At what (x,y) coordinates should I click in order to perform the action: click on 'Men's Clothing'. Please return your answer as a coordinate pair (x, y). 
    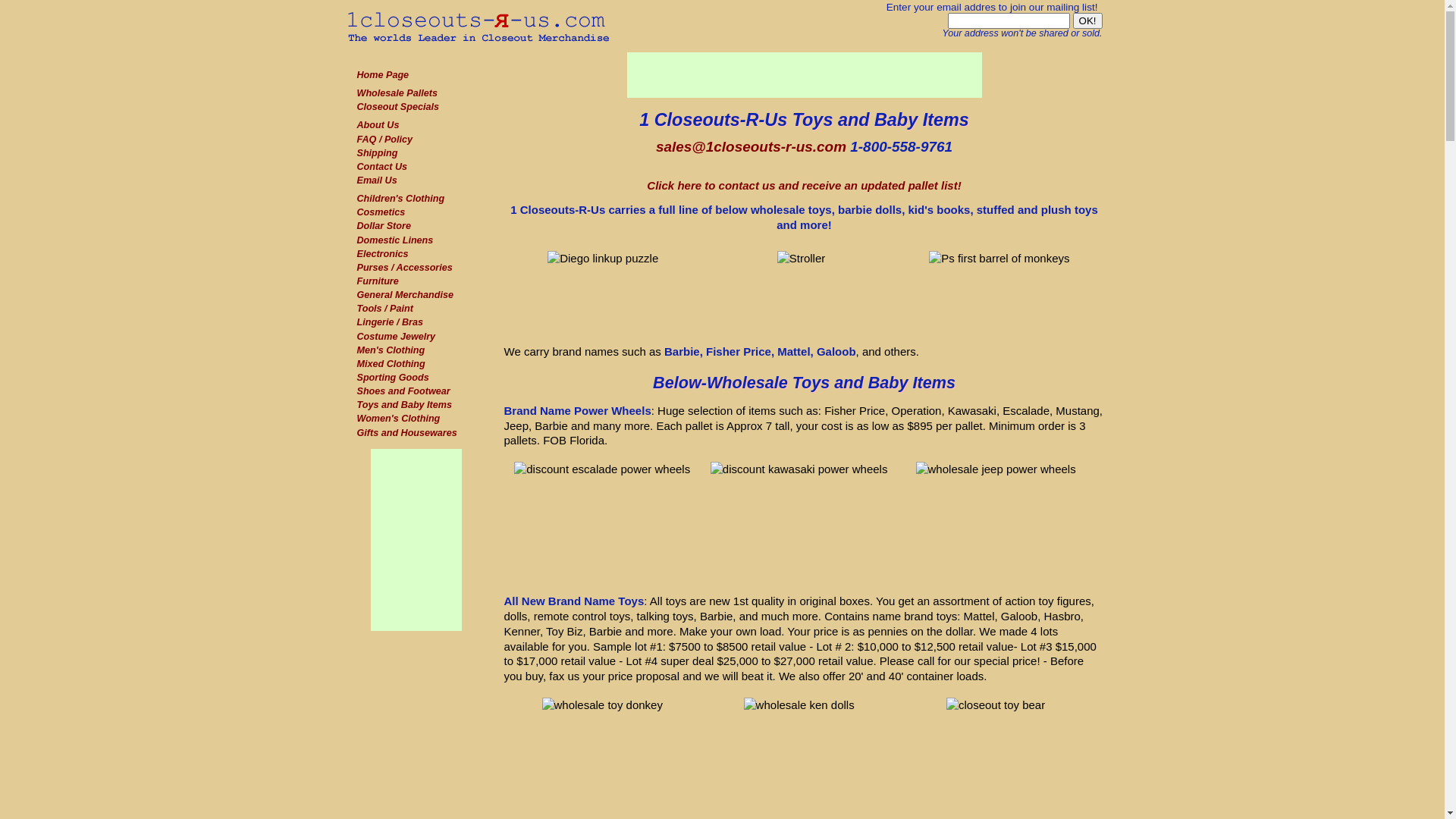
    Looking at the image, I should click on (390, 350).